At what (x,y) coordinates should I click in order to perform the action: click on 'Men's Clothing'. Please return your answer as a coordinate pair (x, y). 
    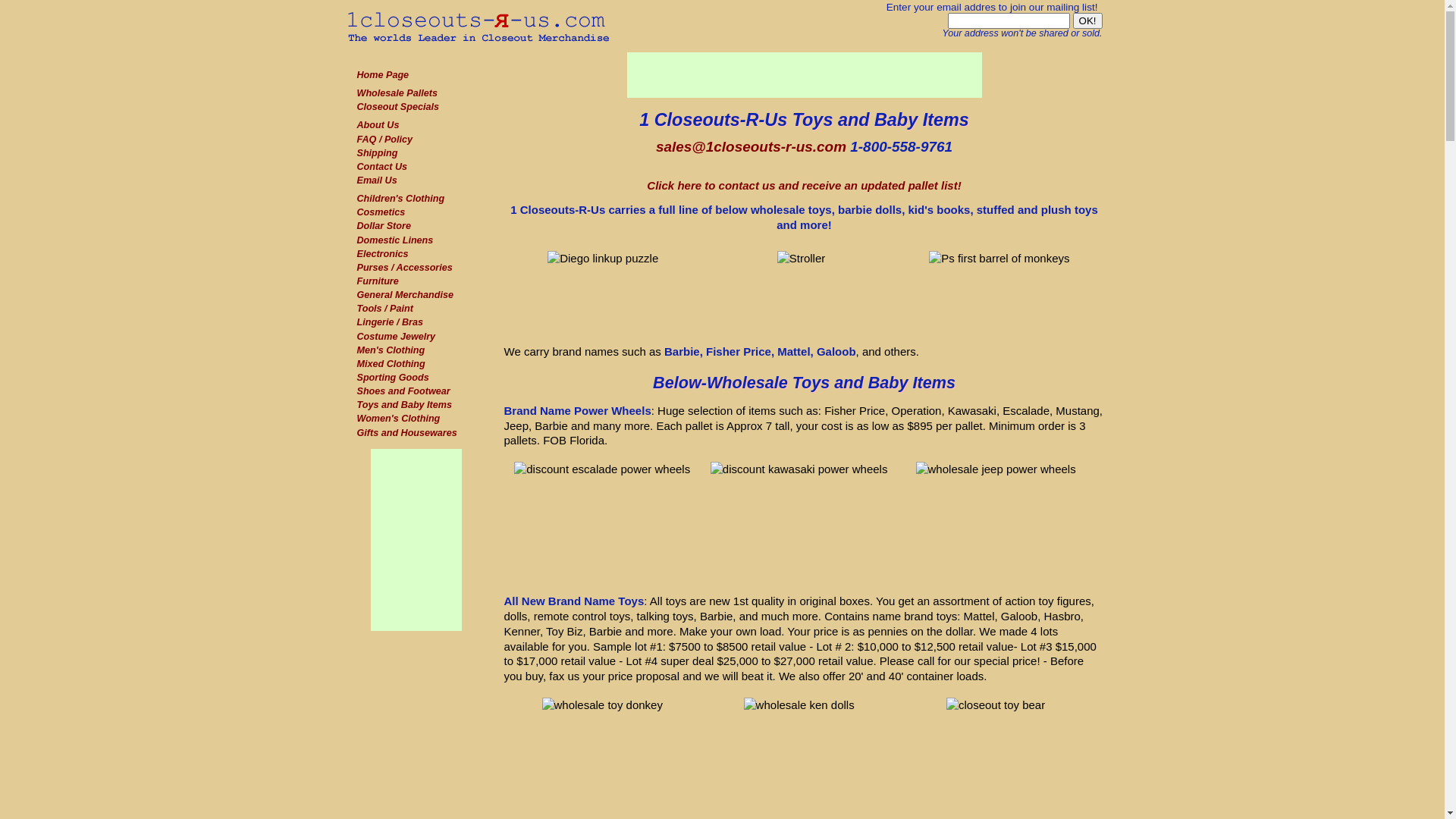
    Looking at the image, I should click on (390, 350).